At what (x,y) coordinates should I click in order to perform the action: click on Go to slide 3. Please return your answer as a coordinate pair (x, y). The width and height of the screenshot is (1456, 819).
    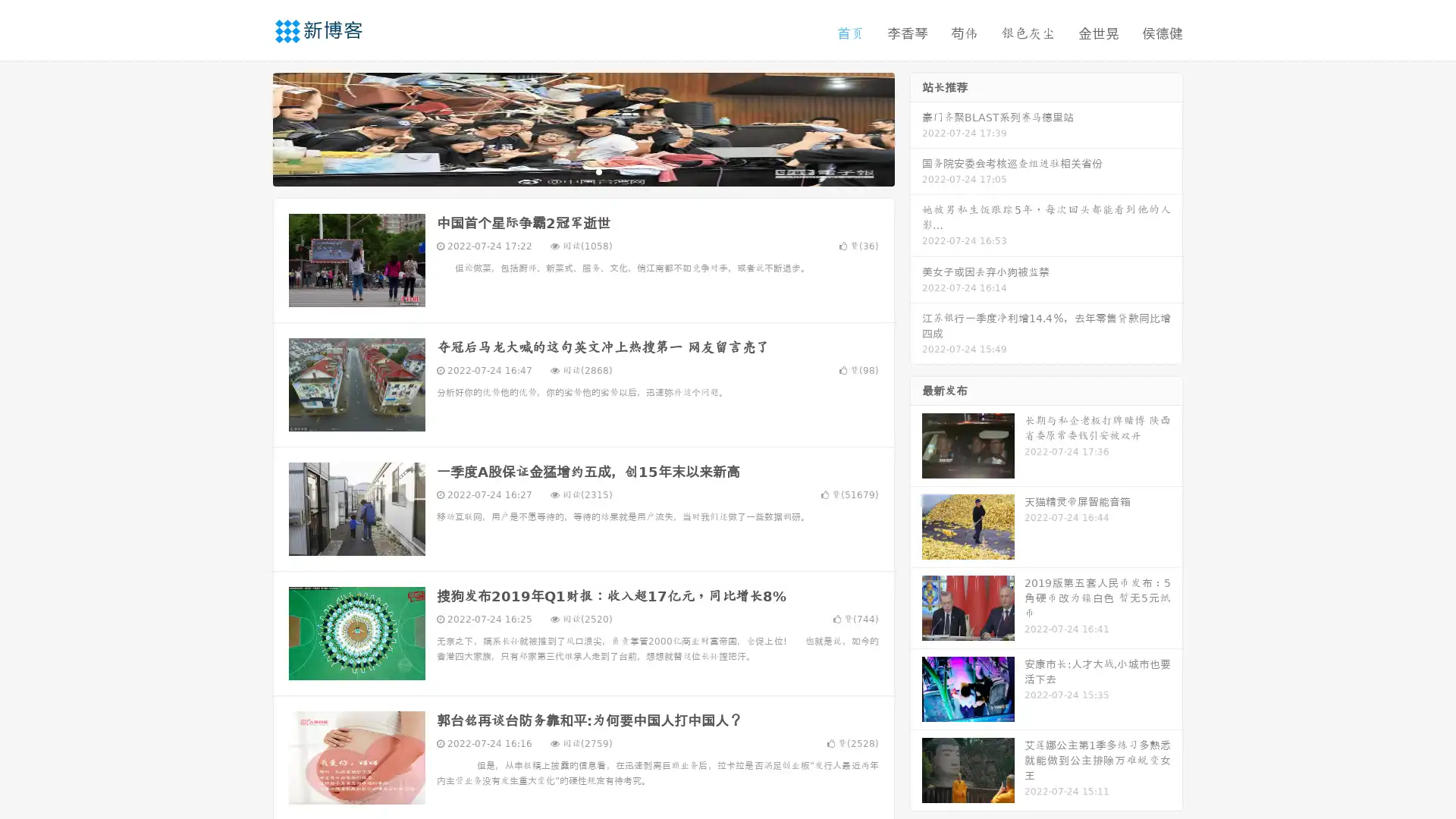
    Looking at the image, I should click on (598, 171).